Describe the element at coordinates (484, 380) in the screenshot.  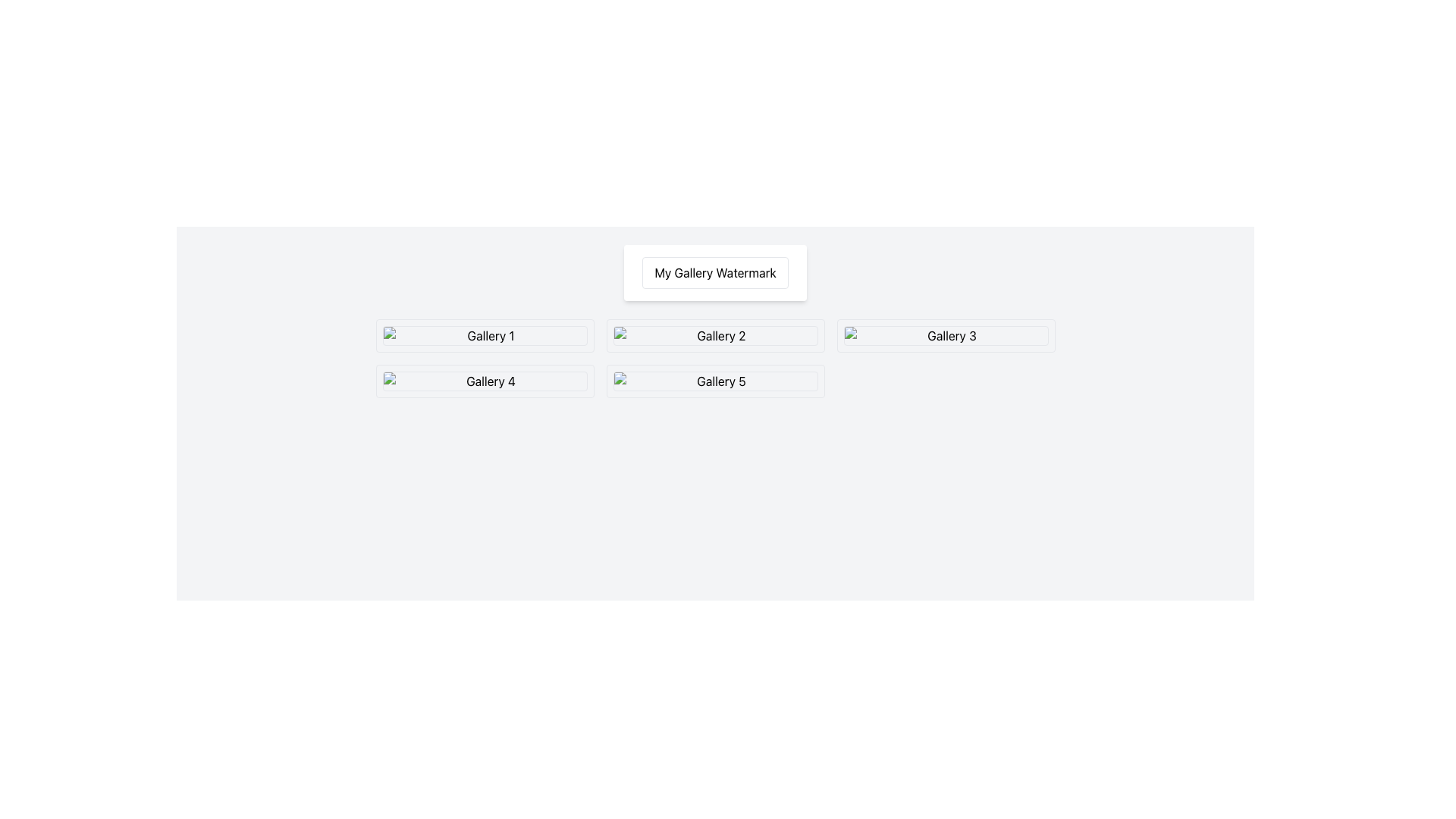
I see `the image placeholder icon labeled 'Gallery 4', which has a document icon and a green hill symbol, located in the second row of the gallery grid` at that location.